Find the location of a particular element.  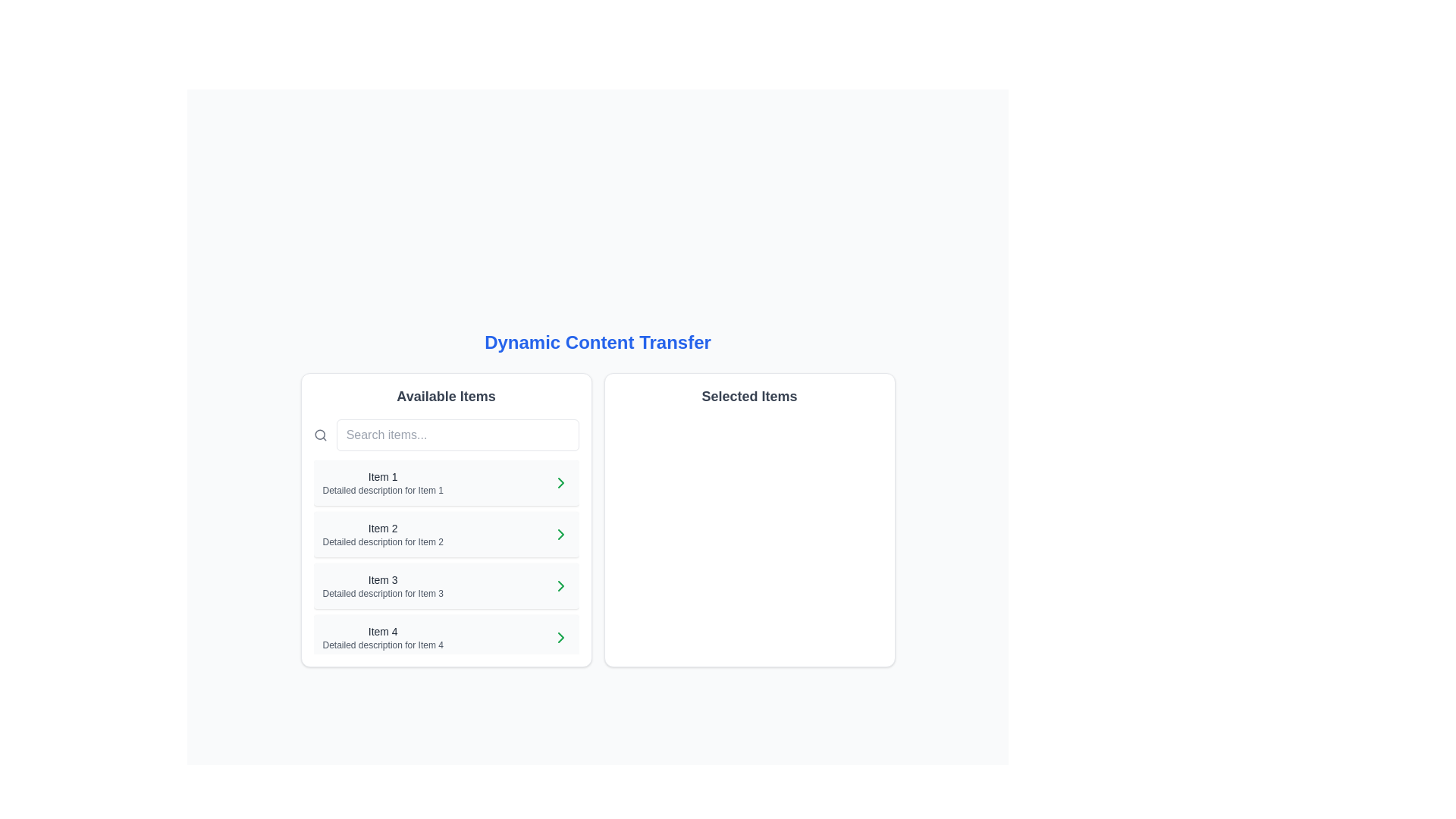

the green chevron-shaped icon pointing to the right, which is located at the far right of the third item is located at coordinates (560, 585).